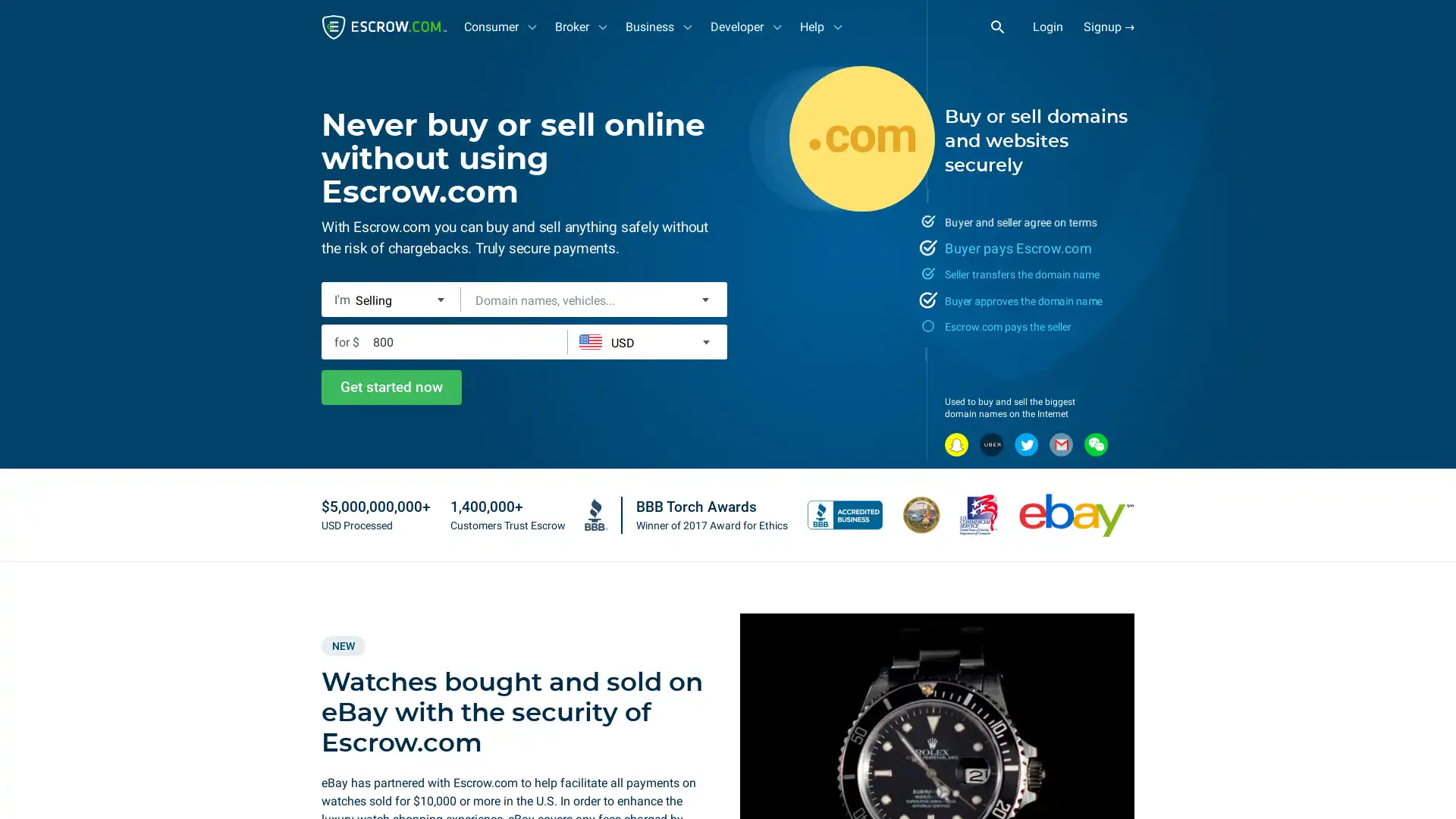 The width and height of the screenshot is (1456, 819). Describe the element at coordinates (391, 386) in the screenshot. I see `Get started now` at that location.